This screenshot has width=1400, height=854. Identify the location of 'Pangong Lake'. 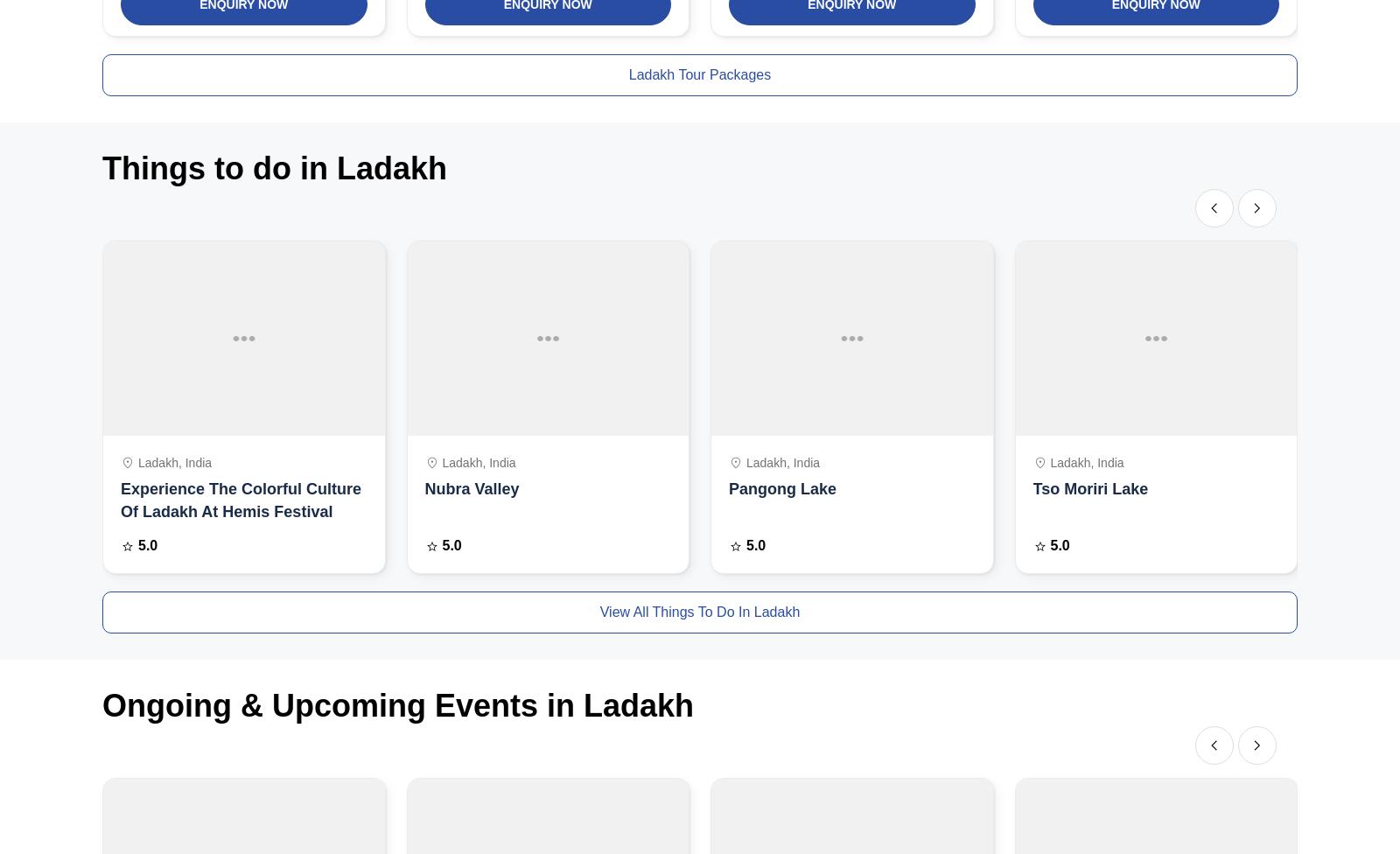
(781, 488).